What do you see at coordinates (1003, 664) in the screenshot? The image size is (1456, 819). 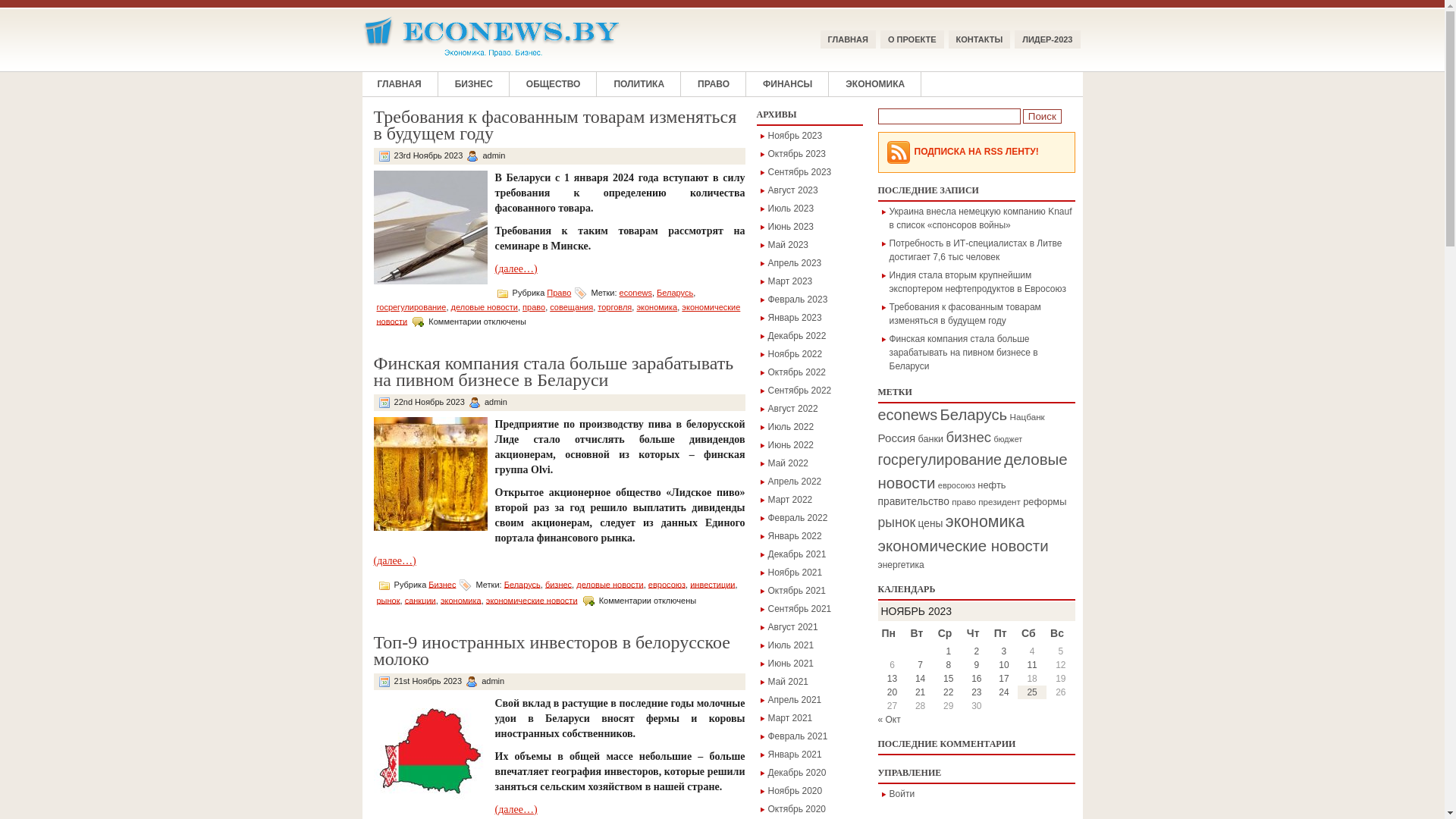 I see `'10'` at bounding box center [1003, 664].